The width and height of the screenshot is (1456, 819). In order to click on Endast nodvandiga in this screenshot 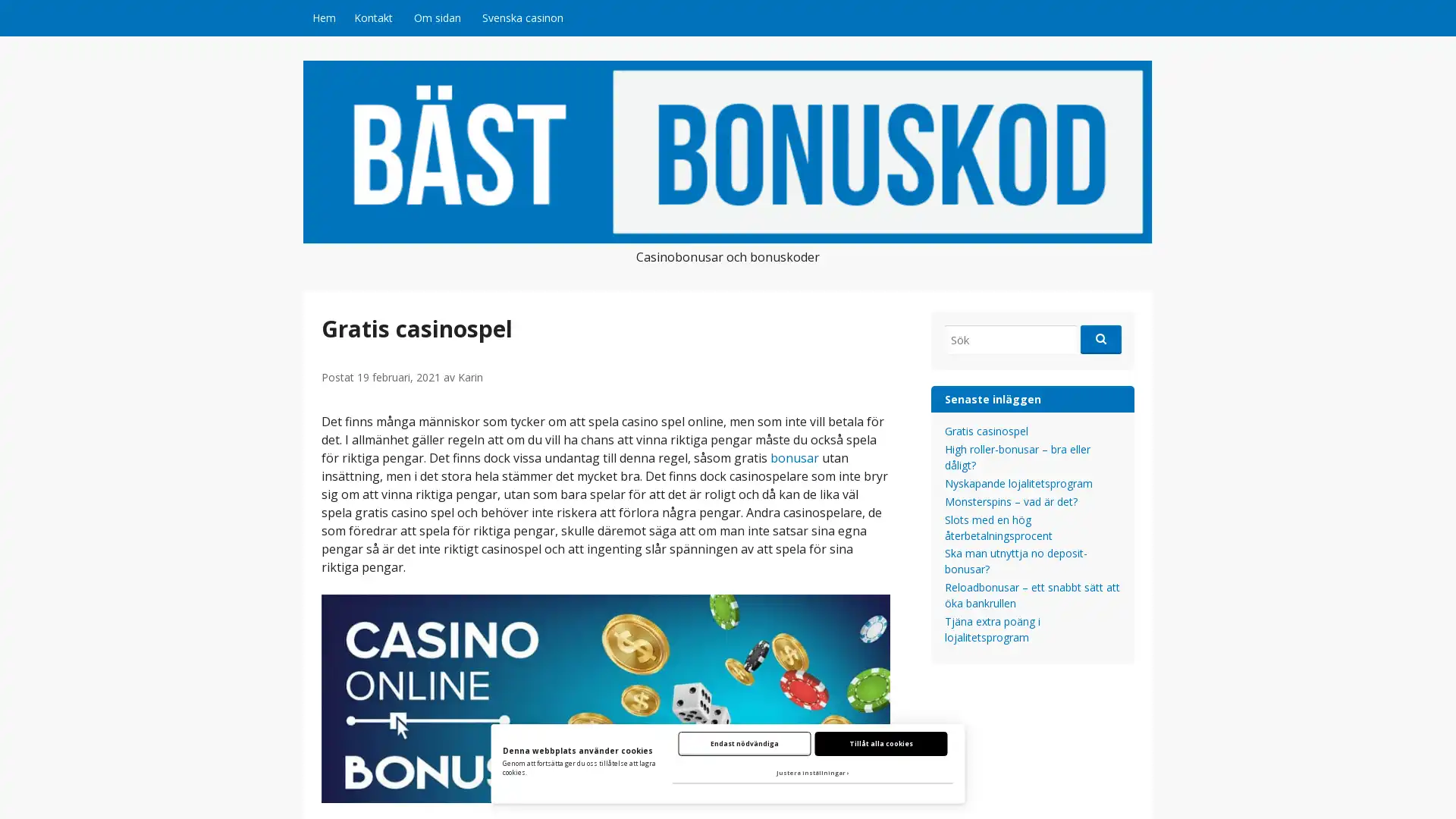, I will do `click(744, 742)`.